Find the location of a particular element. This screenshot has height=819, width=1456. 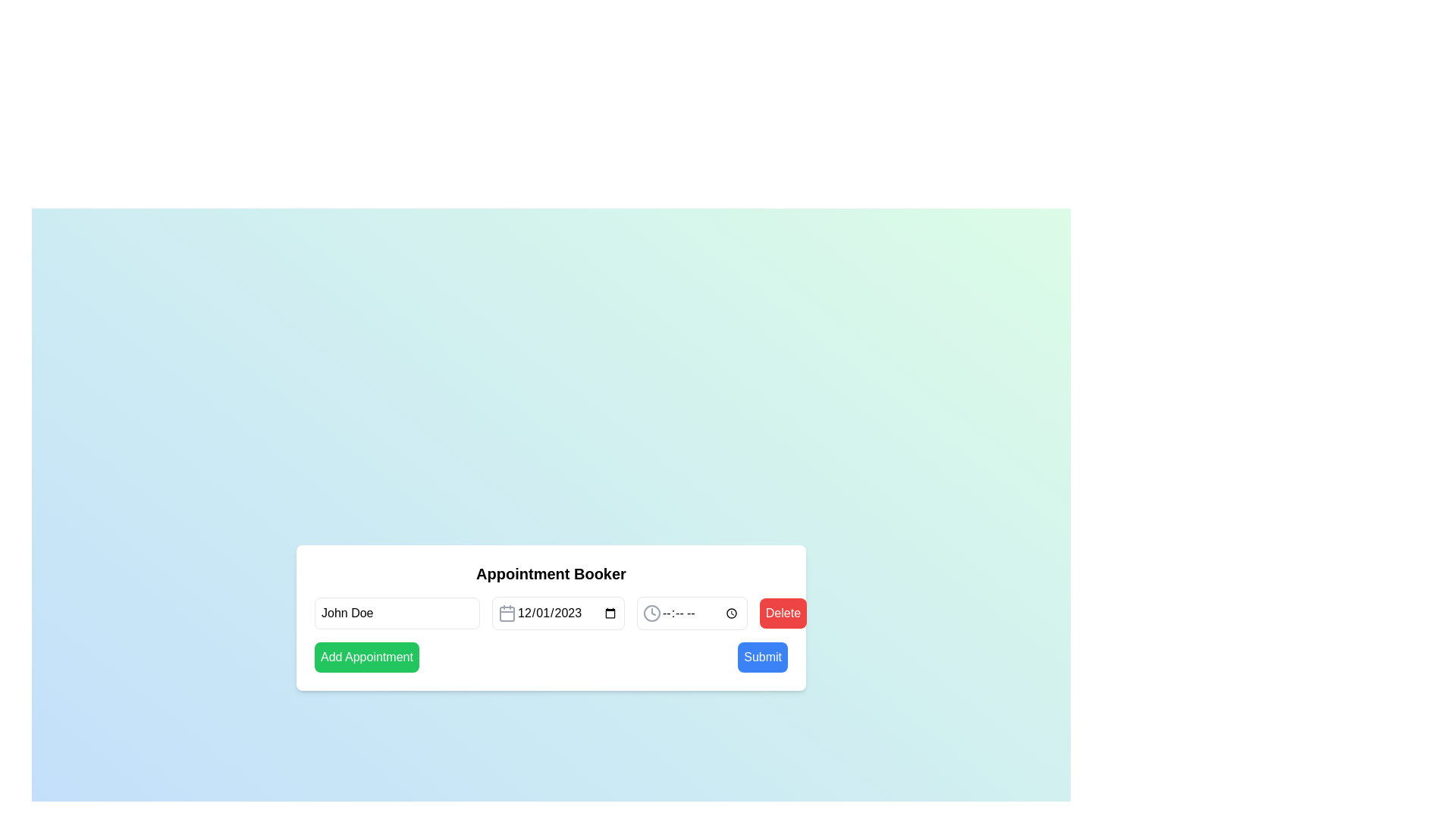

the 'Delete' button with a red background and white text is located at coordinates (783, 613).